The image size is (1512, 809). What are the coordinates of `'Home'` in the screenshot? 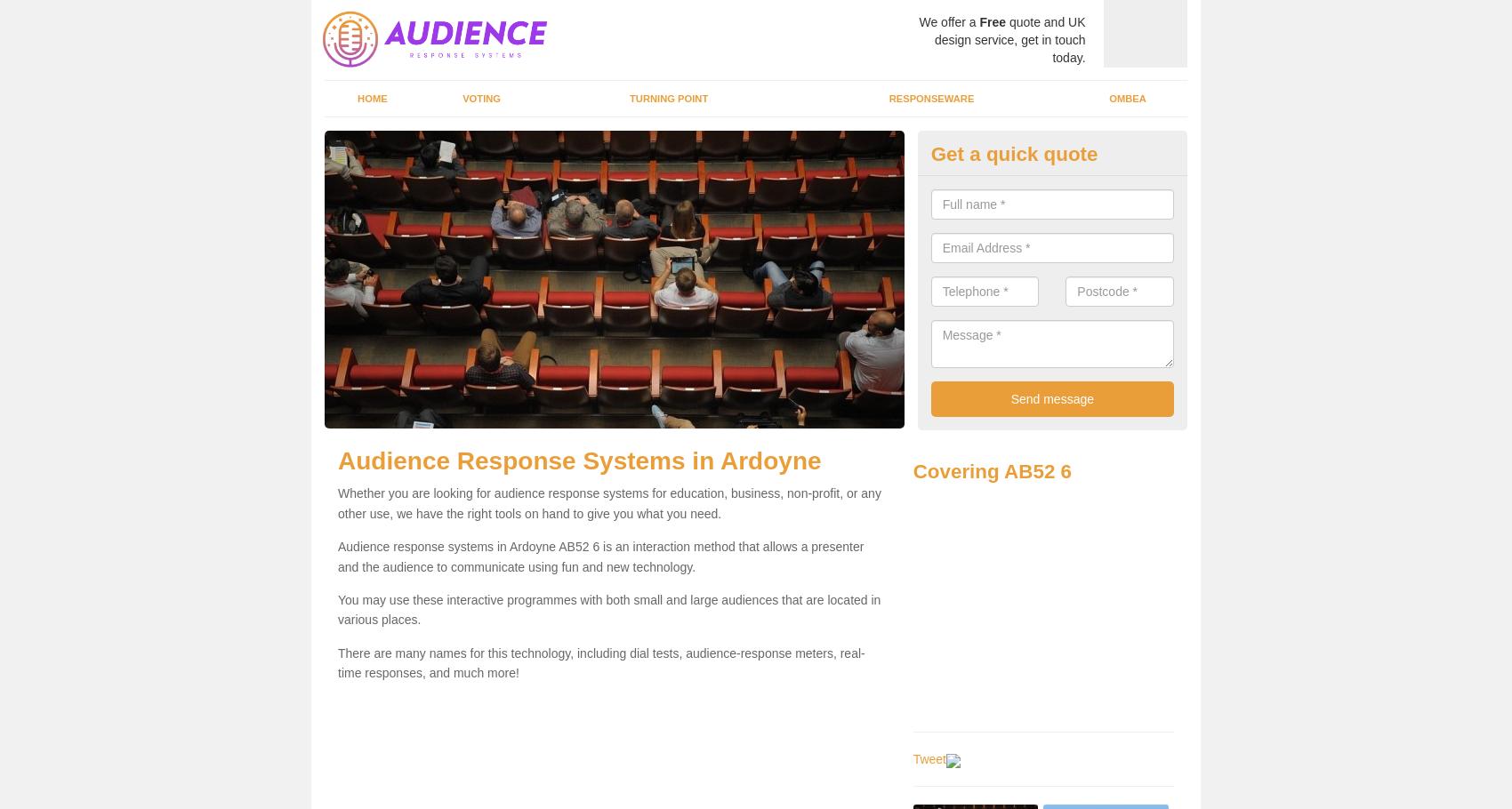 It's located at (371, 99).